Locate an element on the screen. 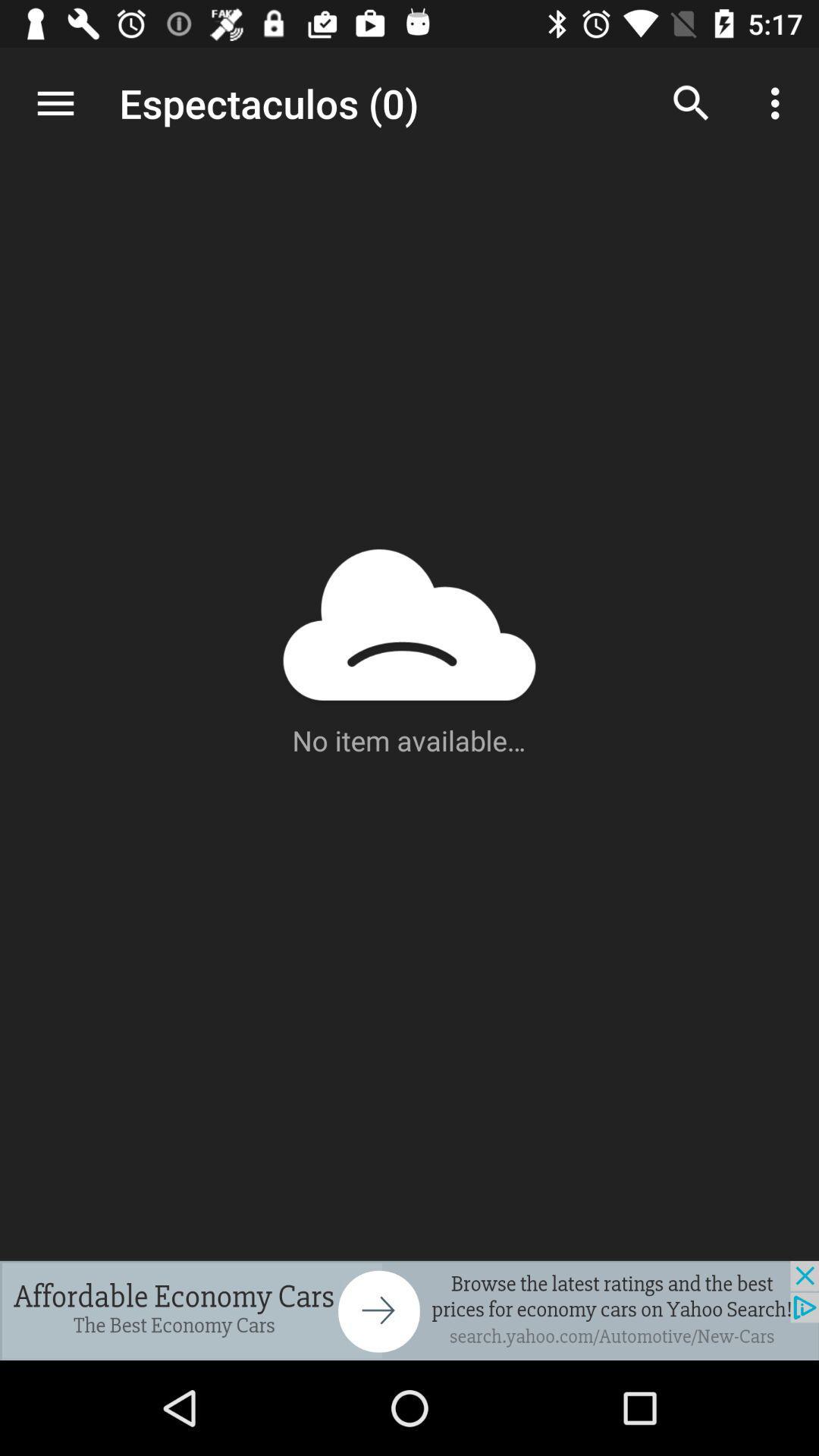 This screenshot has width=819, height=1456. advertisement website is located at coordinates (409, 1310).